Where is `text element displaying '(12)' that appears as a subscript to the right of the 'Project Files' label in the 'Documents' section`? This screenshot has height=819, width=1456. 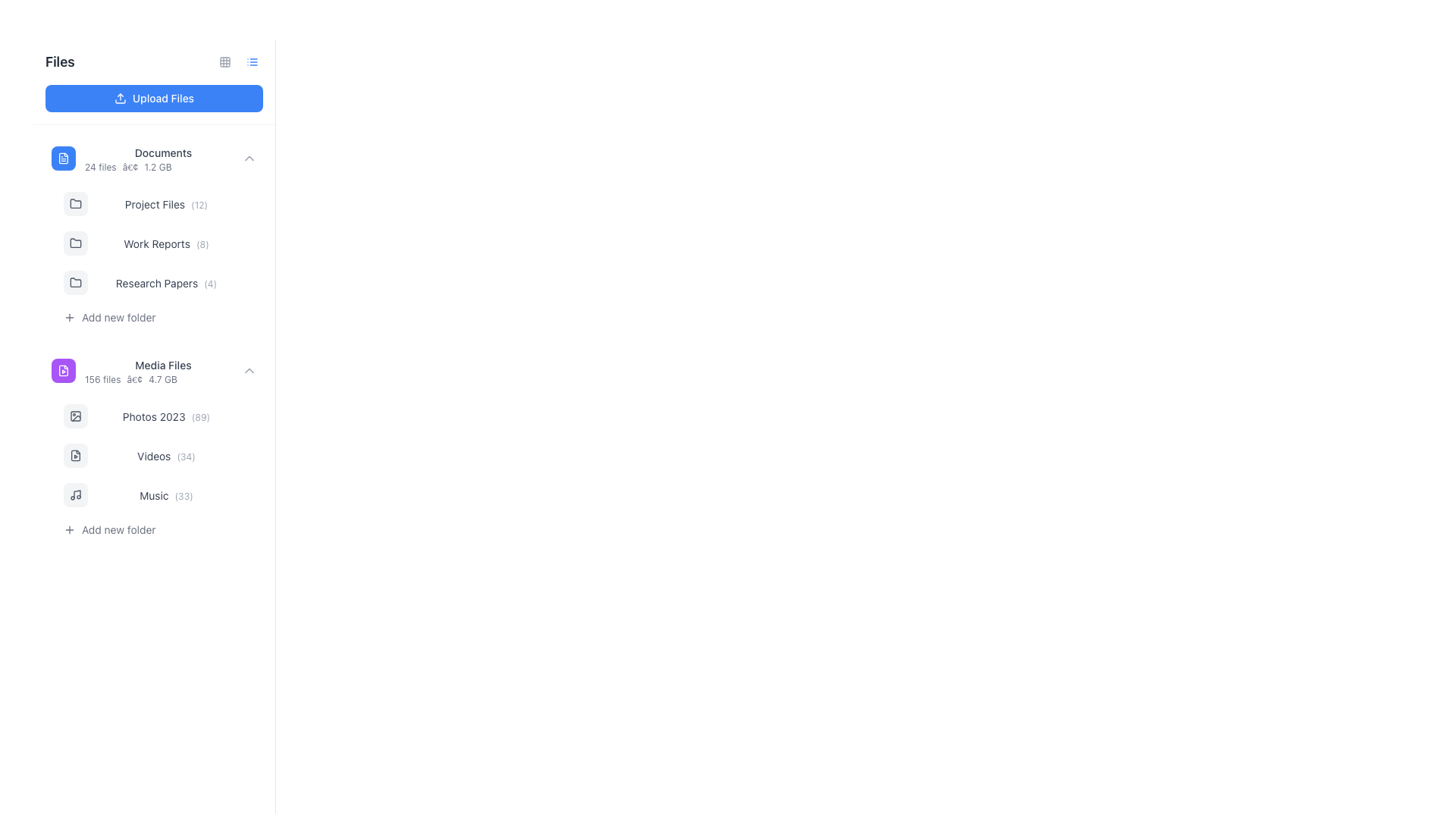 text element displaying '(12)' that appears as a subscript to the right of the 'Project Files' label in the 'Documents' section is located at coordinates (199, 205).